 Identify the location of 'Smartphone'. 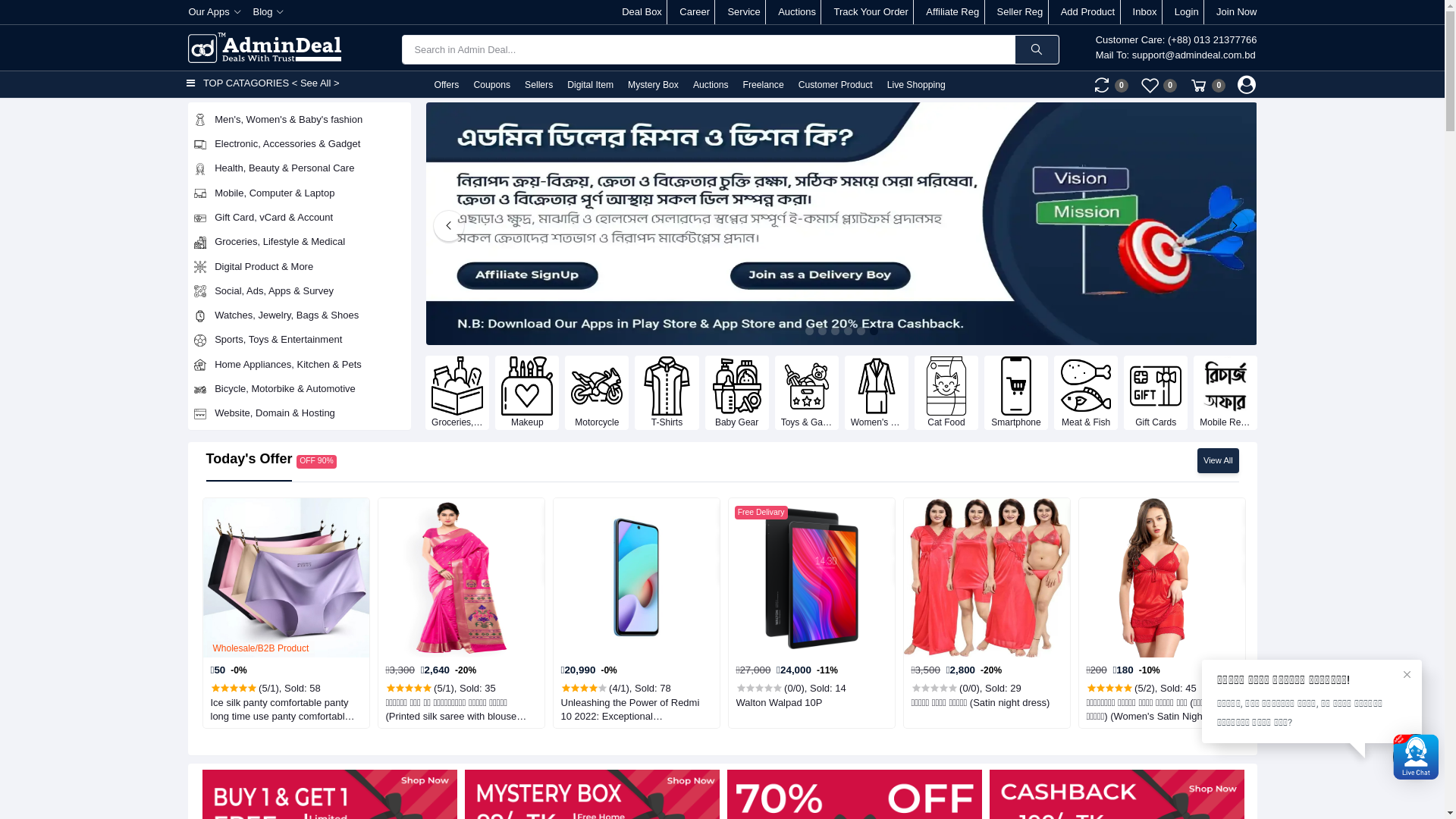
(1015, 391).